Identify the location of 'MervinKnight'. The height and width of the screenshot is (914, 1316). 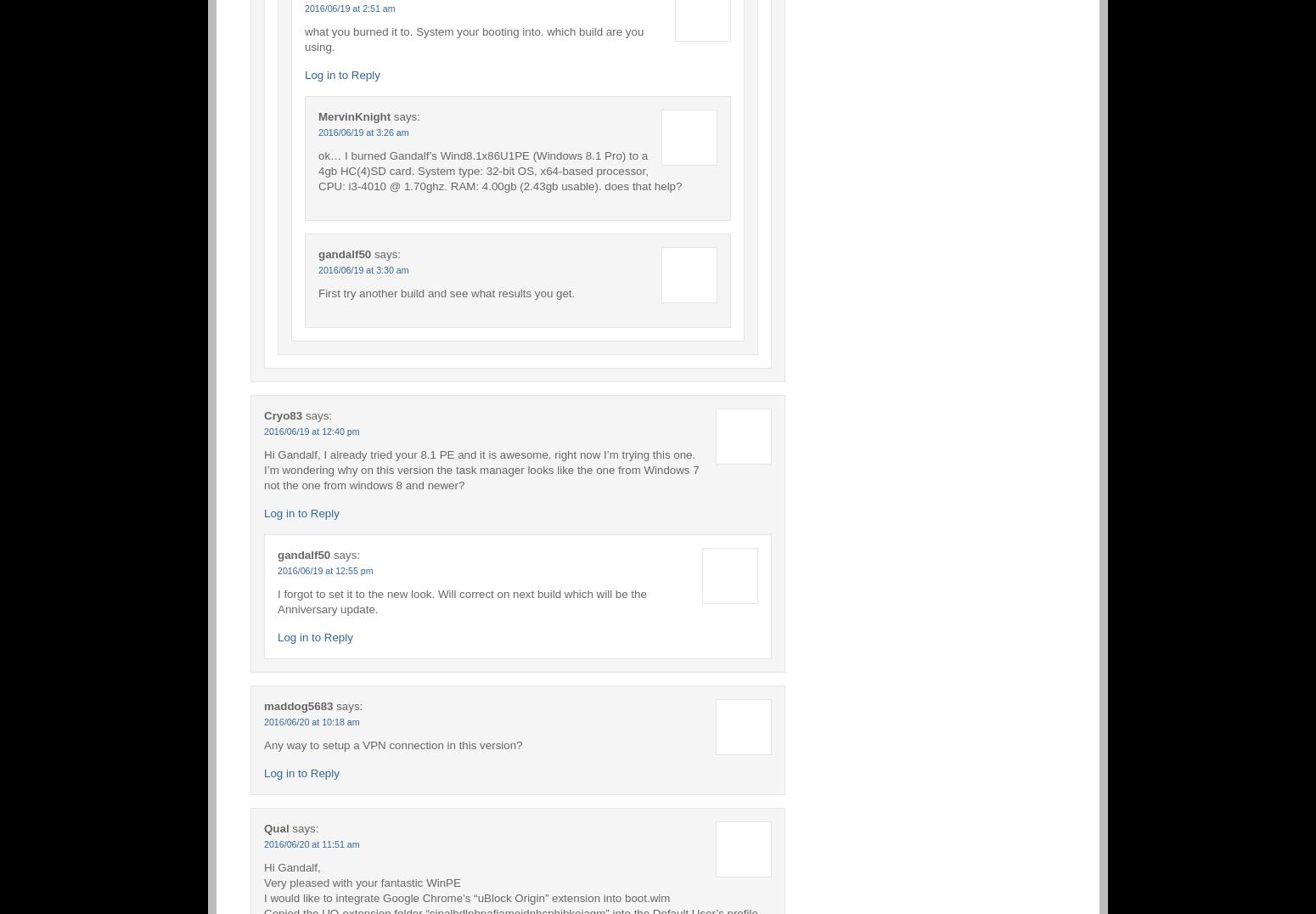
(317, 116).